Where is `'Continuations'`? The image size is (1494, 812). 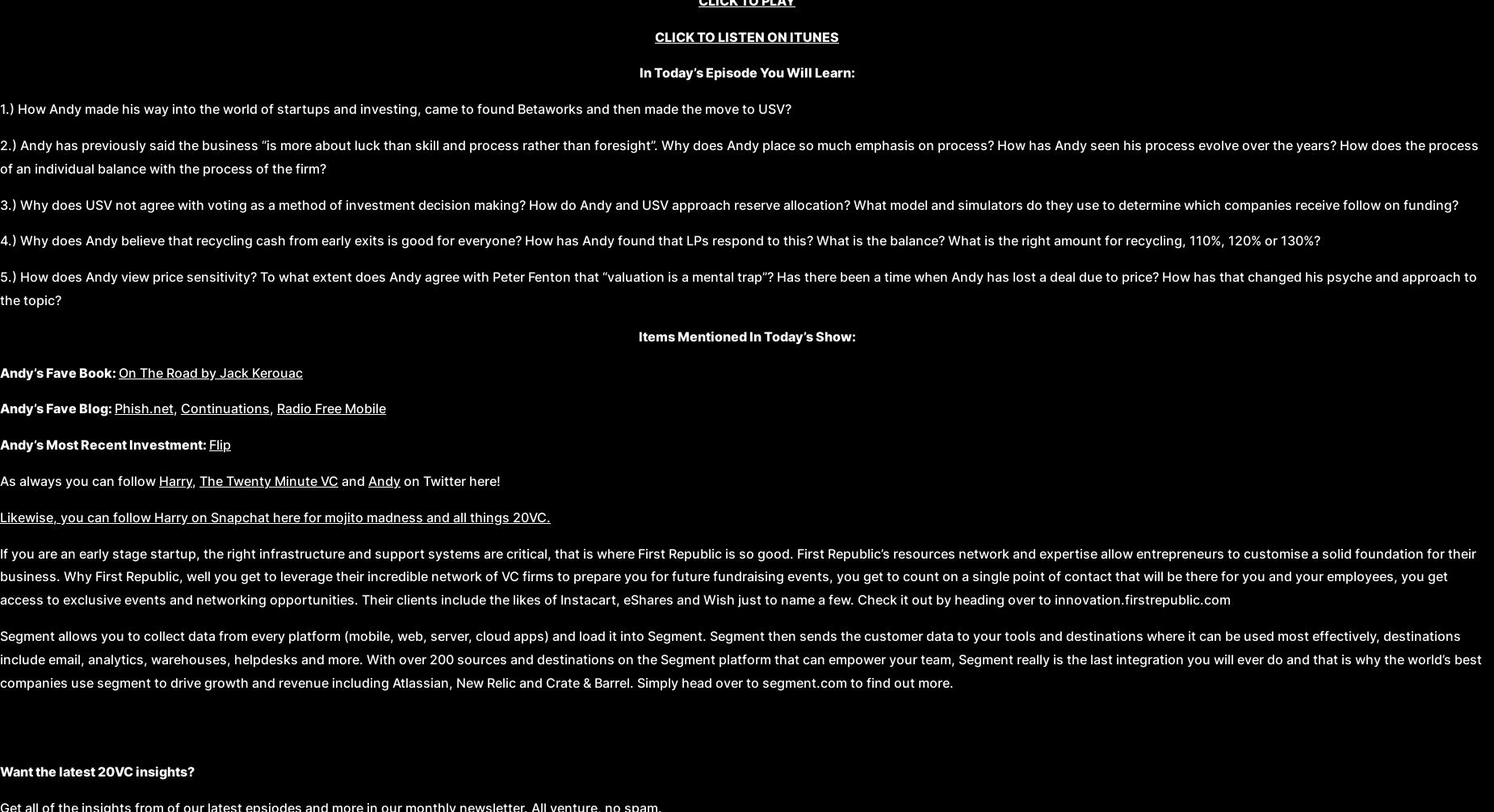 'Continuations' is located at coordinates (224, 408).